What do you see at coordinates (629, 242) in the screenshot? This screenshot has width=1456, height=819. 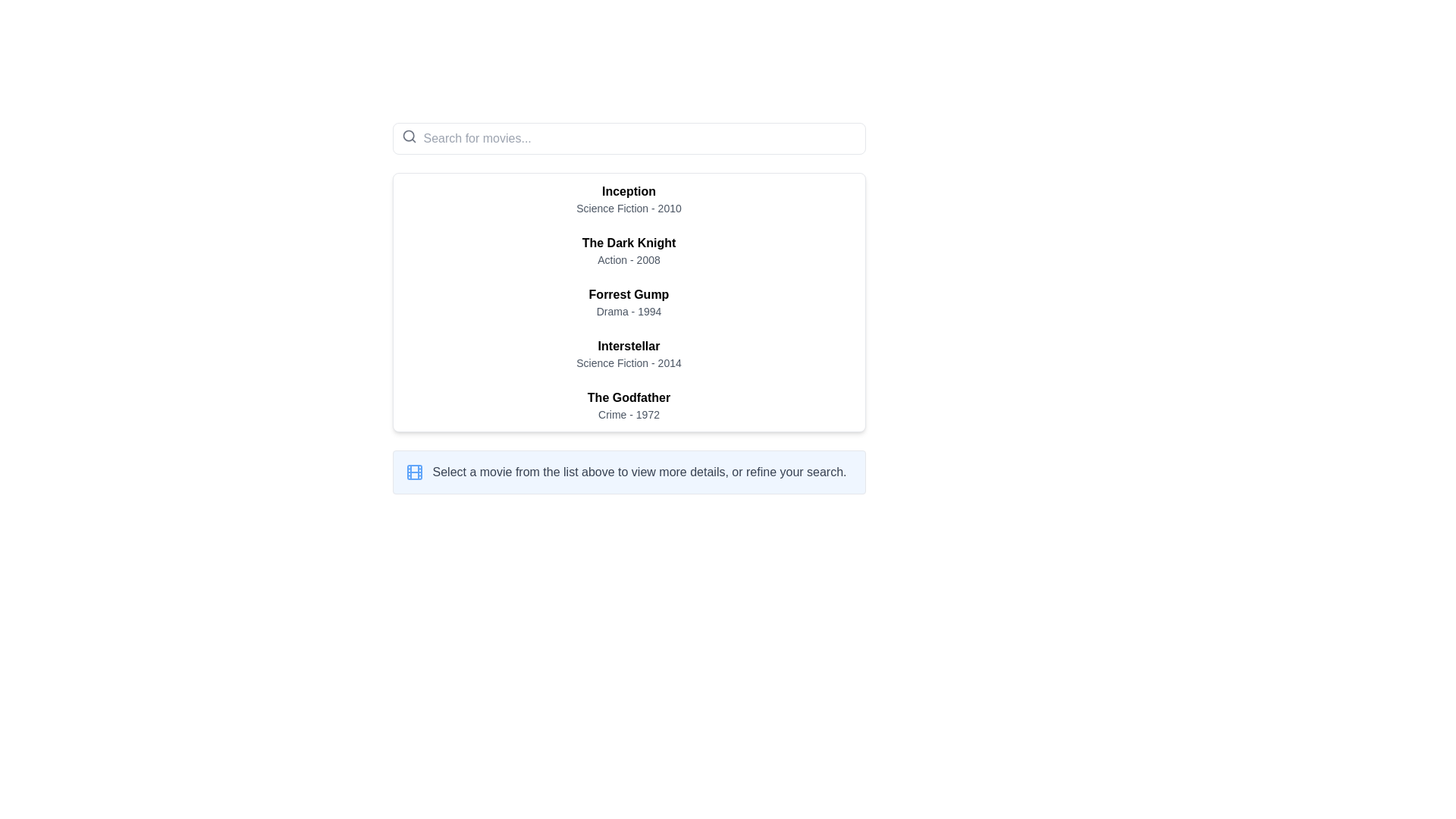 I see `text label for the movie title 'The Dark Knight' which is located in the second row of the movie selection list, above the text 'Action - 2008'` at bounding box center [629, 242].